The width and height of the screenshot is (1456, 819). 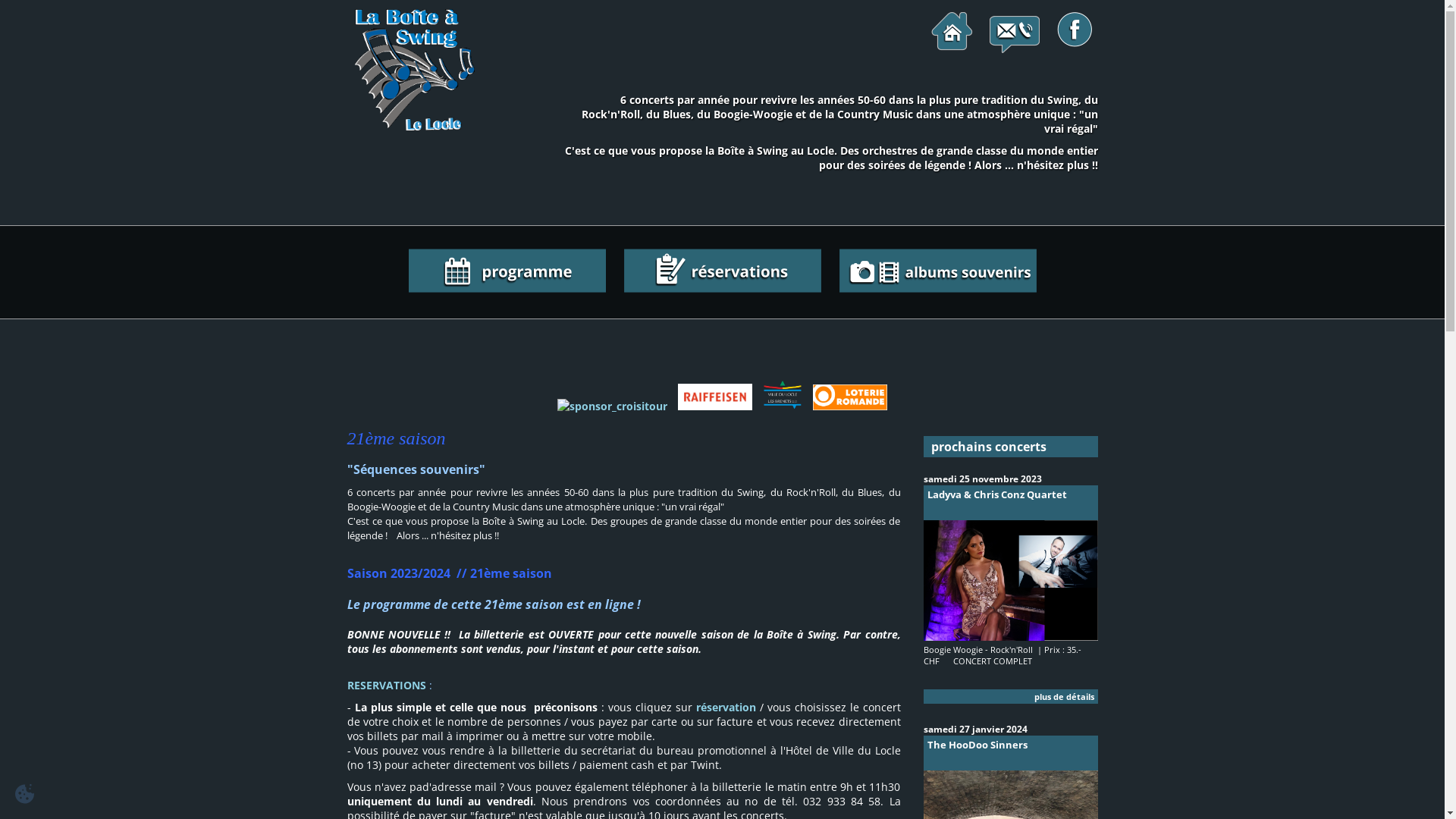 What do you see at coordinates (1011, 752) in the screenshot?
I see `'The HooDoo Sinners'` at bounding box center [1011, 752].